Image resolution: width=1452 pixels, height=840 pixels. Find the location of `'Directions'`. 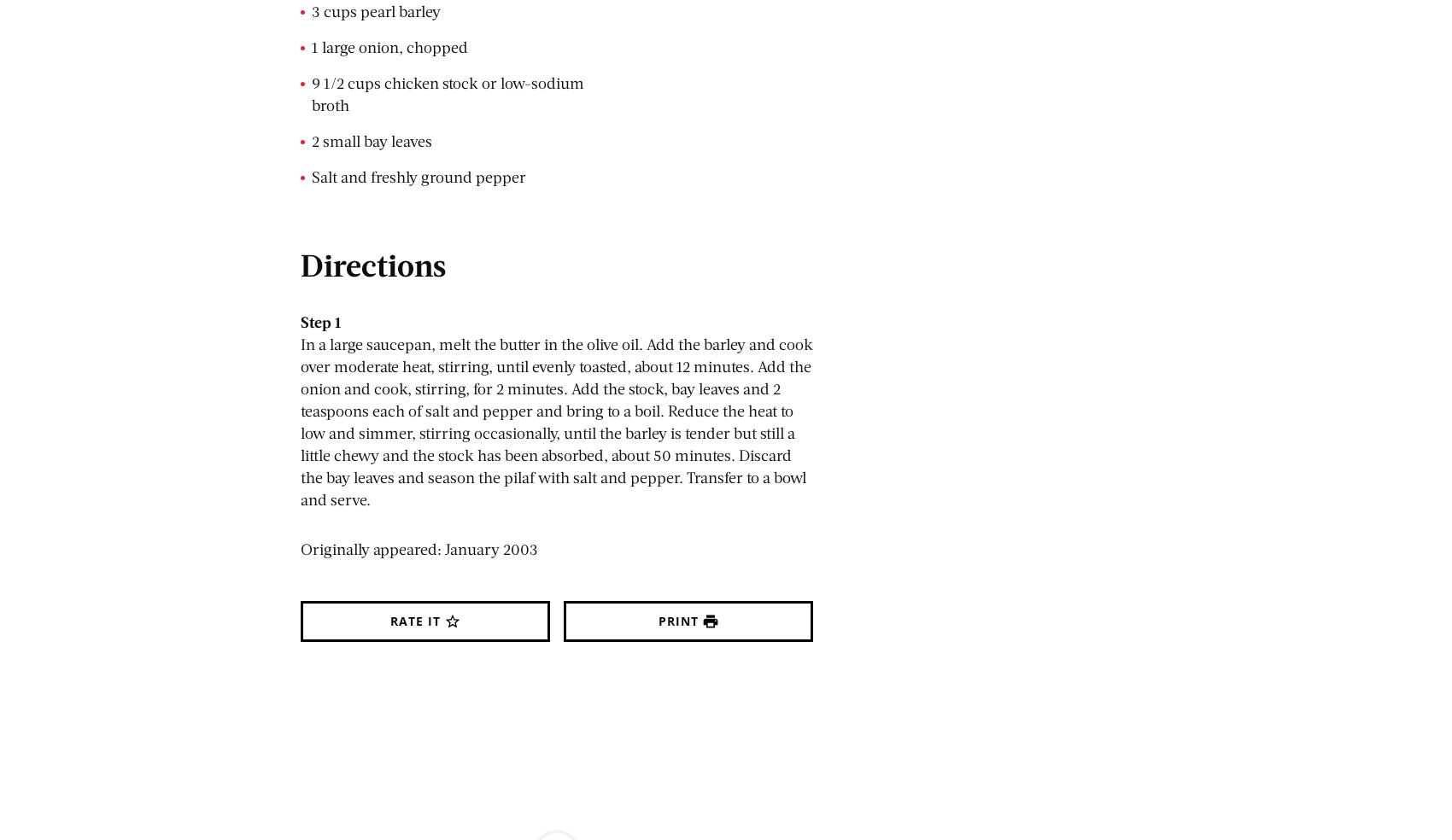

'Directions' is located at coordinates (373, 263).